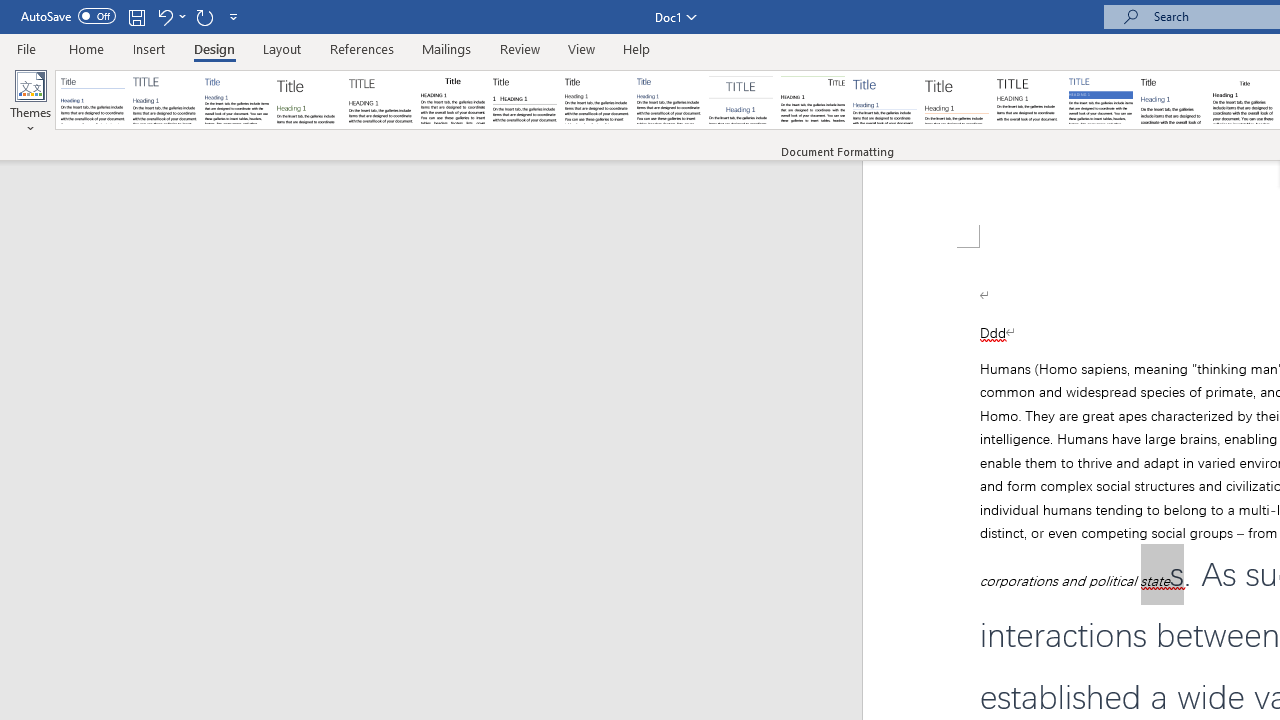 The image size is (1280, 720). I want to click on 'Undo Apply Quick Style Set', so click(164, 16).